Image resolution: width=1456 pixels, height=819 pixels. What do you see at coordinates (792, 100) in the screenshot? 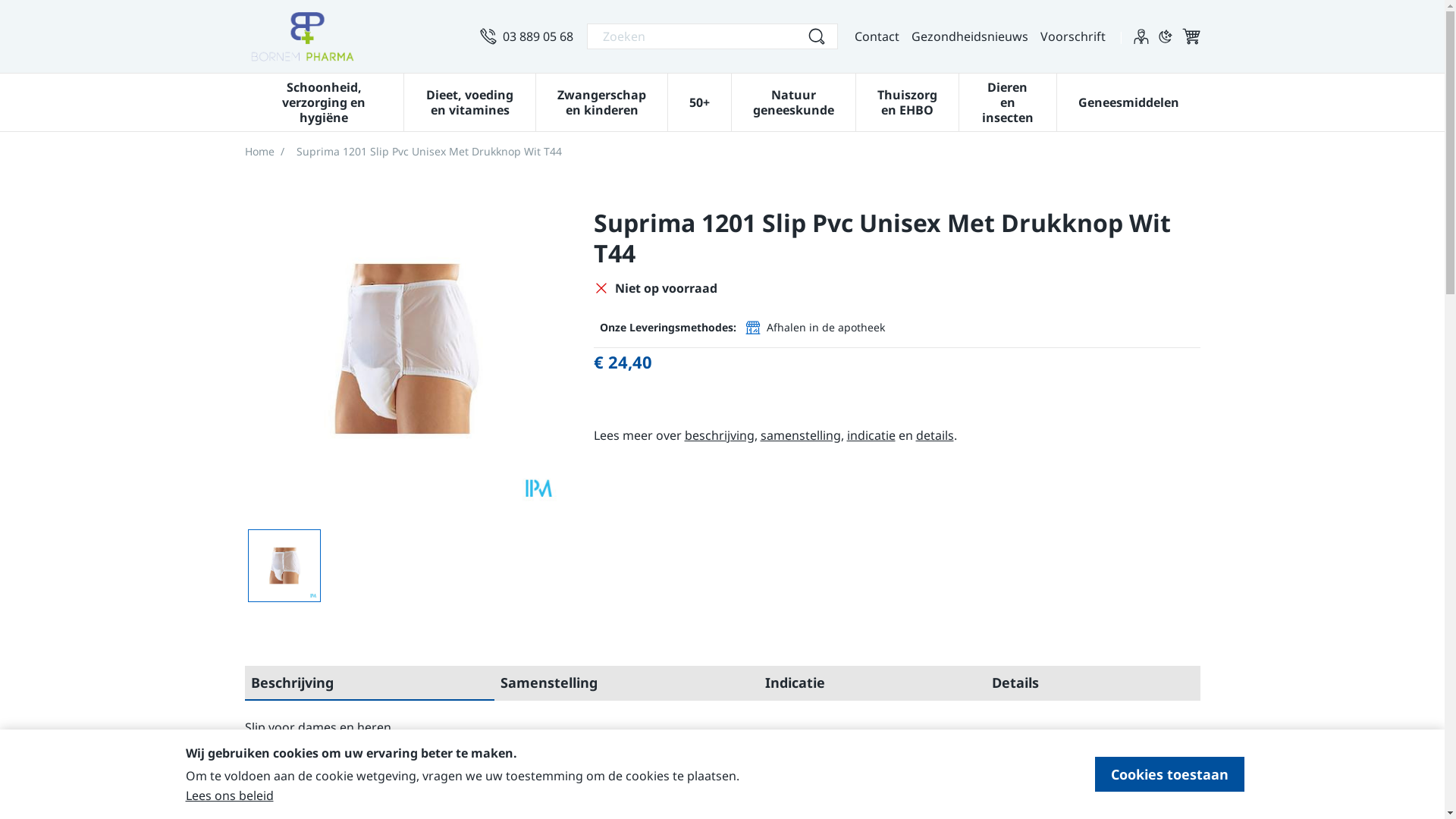
I see `'Natuur geneeskunde'` at bounding box center [792, 100].